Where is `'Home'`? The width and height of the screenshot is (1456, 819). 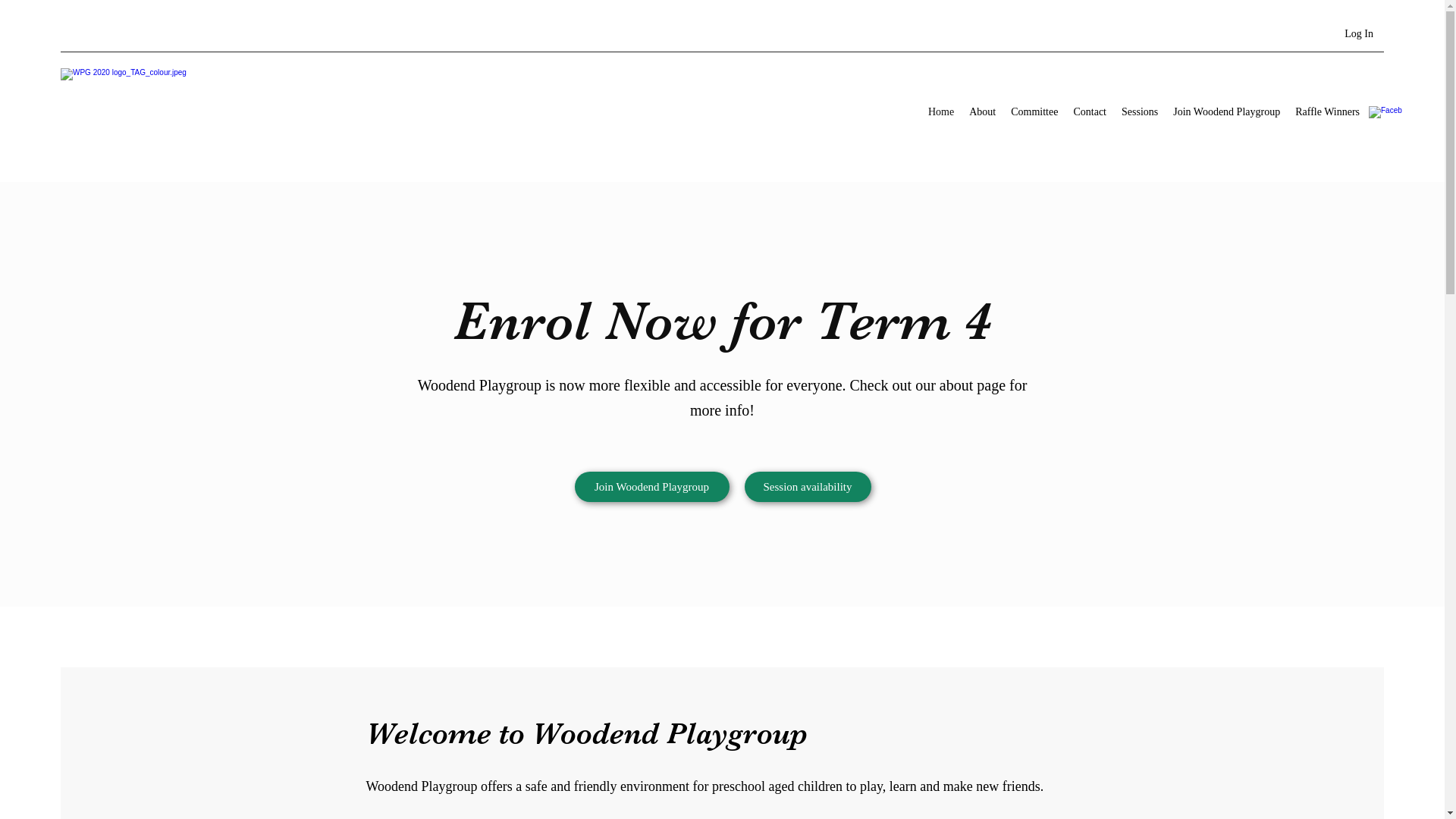
'Home' is located at coordinates (940, 113).